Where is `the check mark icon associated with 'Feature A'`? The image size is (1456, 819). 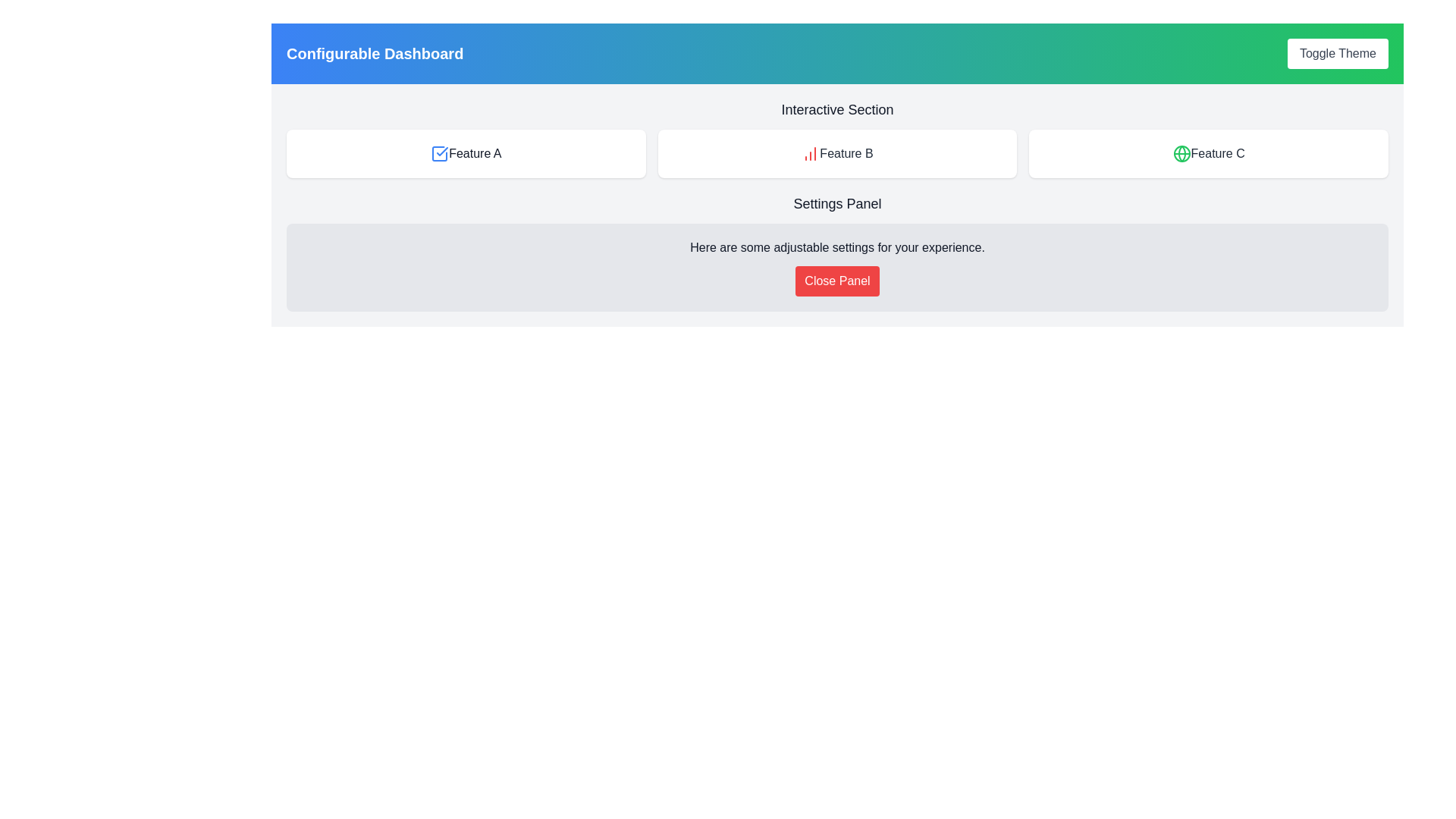
the check mark icon associated with 'Feature A' is located at coordinates (441, 152).